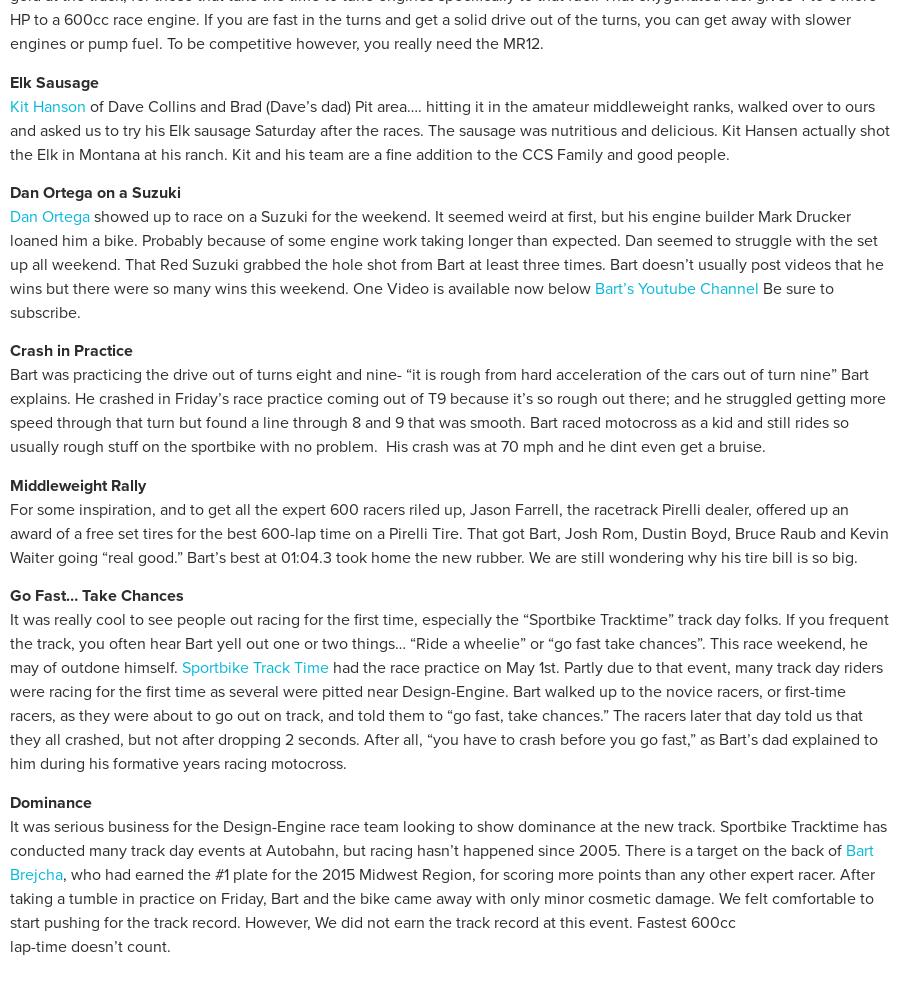 The width and height of the screenshot is (900, 998). What do you see at coordinates (8, 860) in the screenshot?
I see `'Bart Brejcha'` at bounding box center [8, 860].